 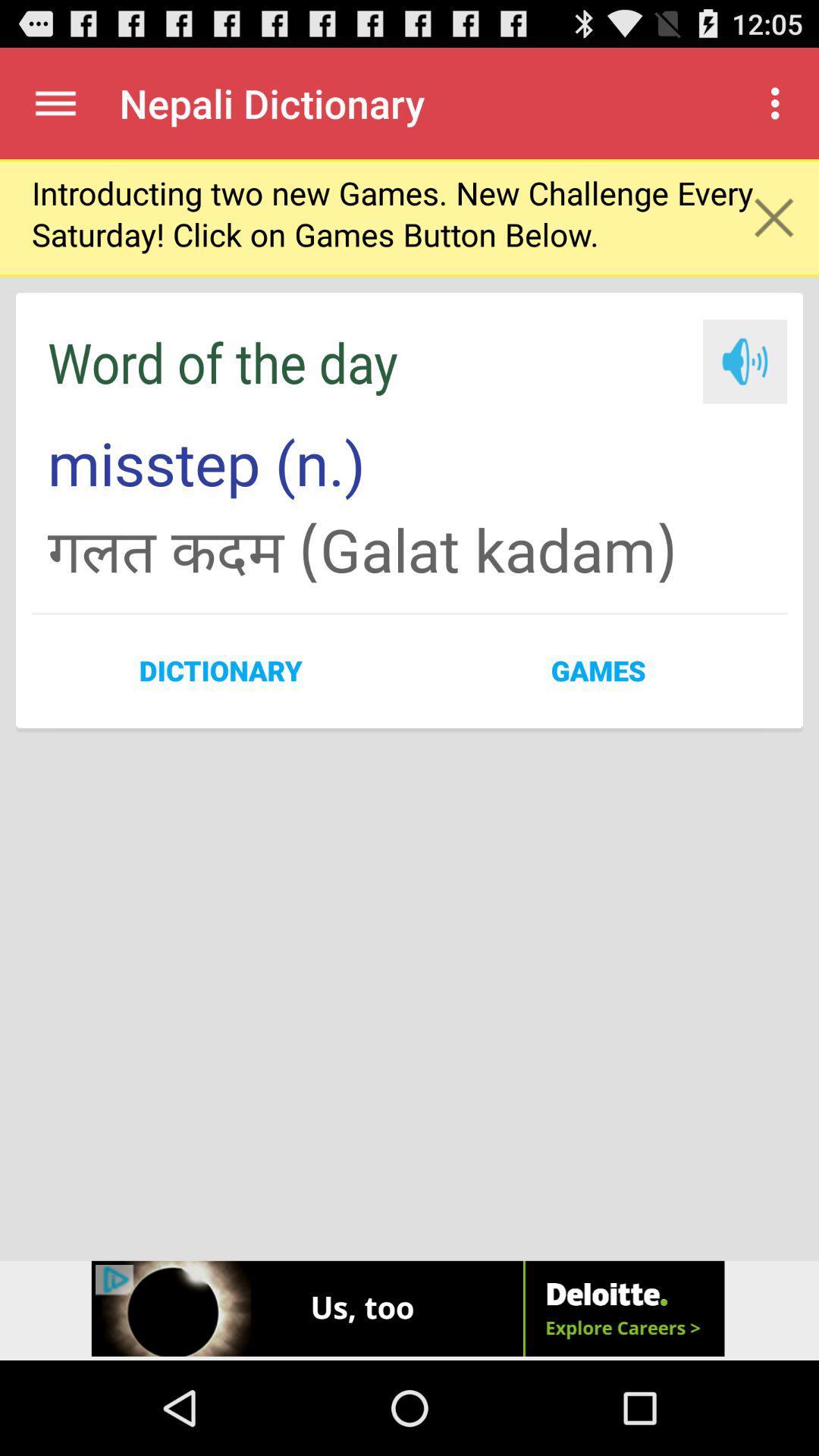 I want to click on app to the right of the nepali dictionary item, so click(x=779, y=102).